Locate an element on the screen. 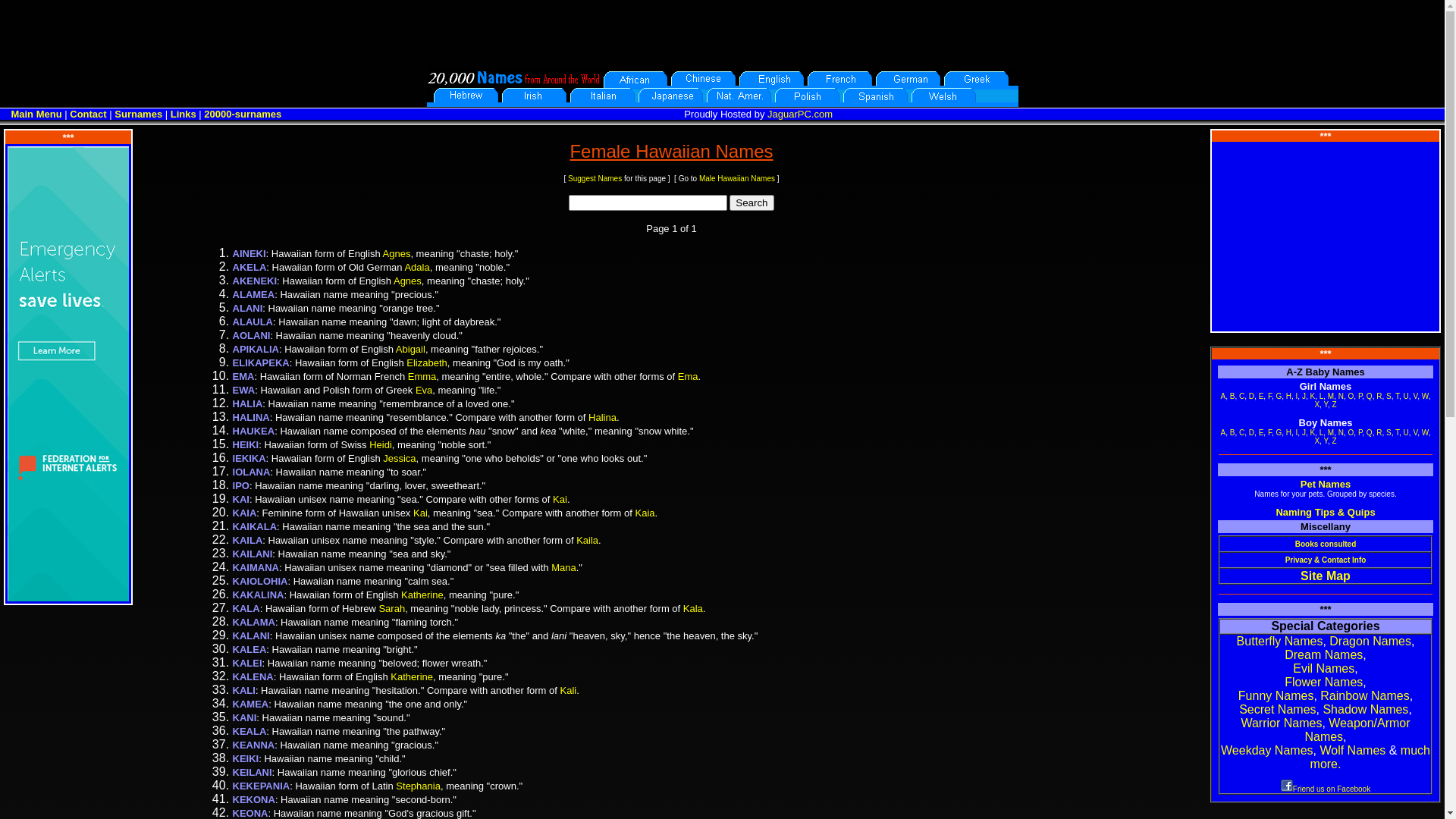 This screenshot has height=819, width=1456. 'H' is located at coordinates (1288, 395).